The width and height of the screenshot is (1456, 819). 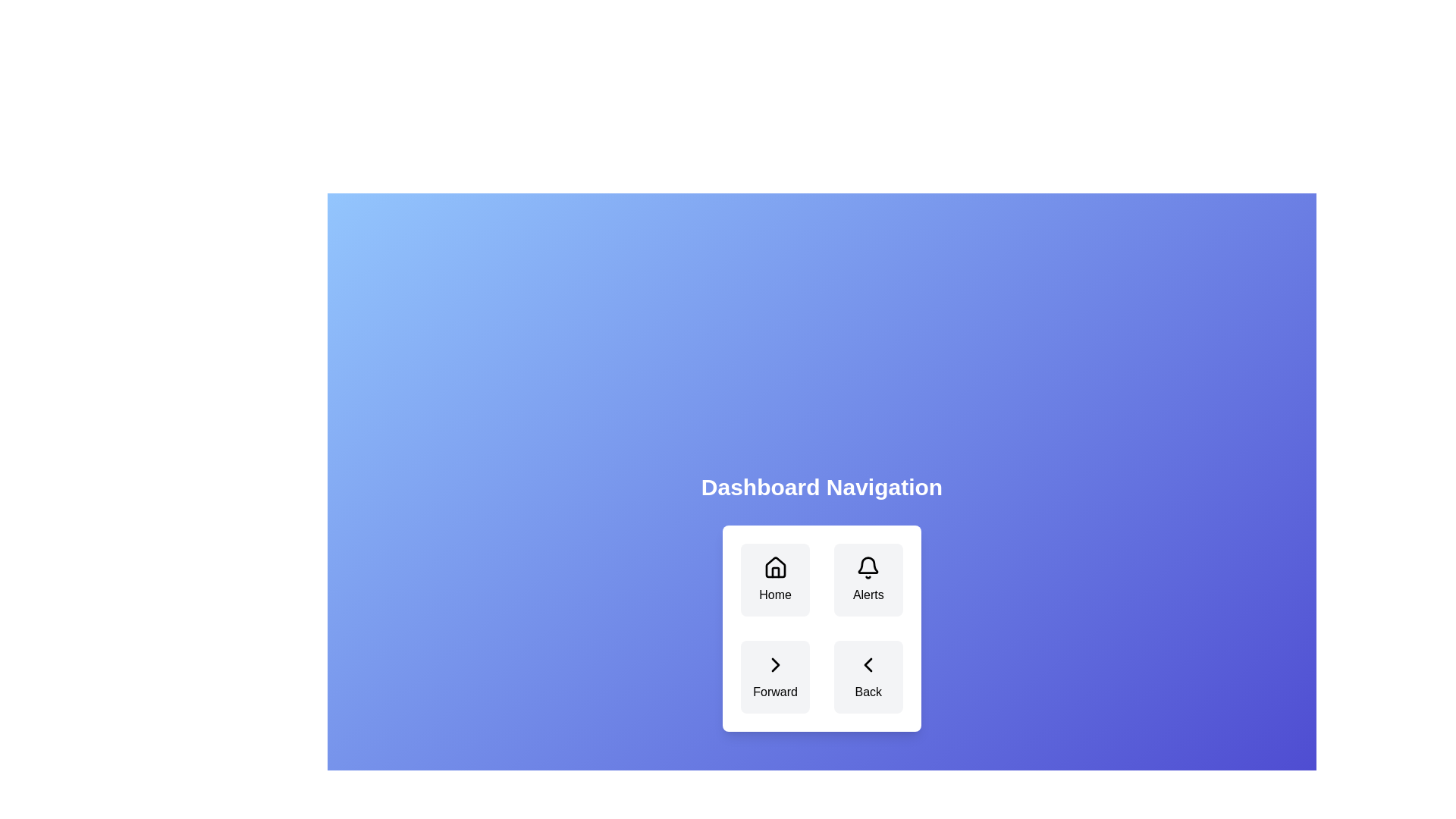 What do you see at coordinates (775, 567) in the screenshot?
I see `the 'Home' icon` at bounding box center [775, 567].